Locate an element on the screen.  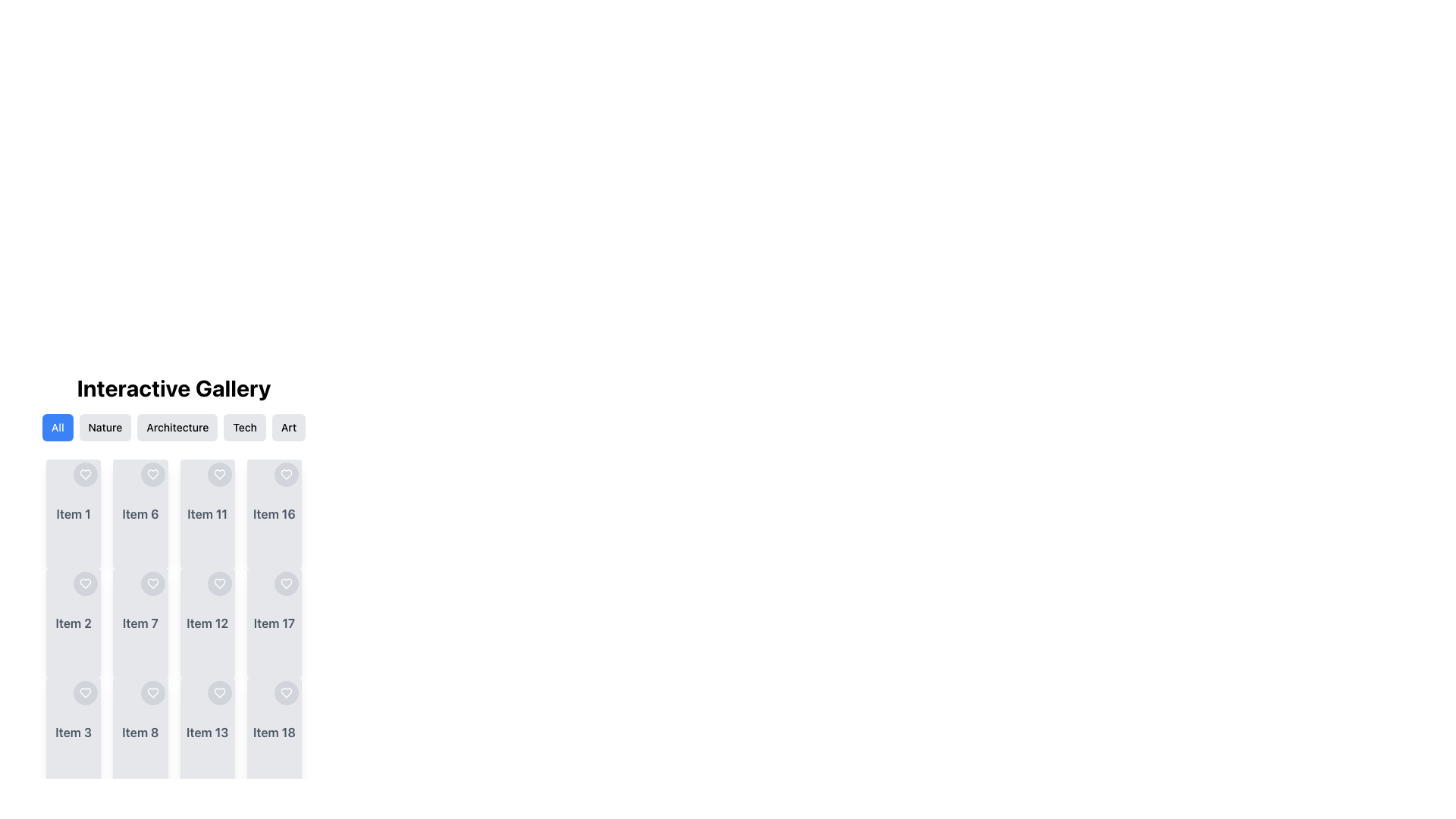
the heart icon button, which is the fourth from the left and third from the top within a grid of similar icons is located at coordinates (152, 693).